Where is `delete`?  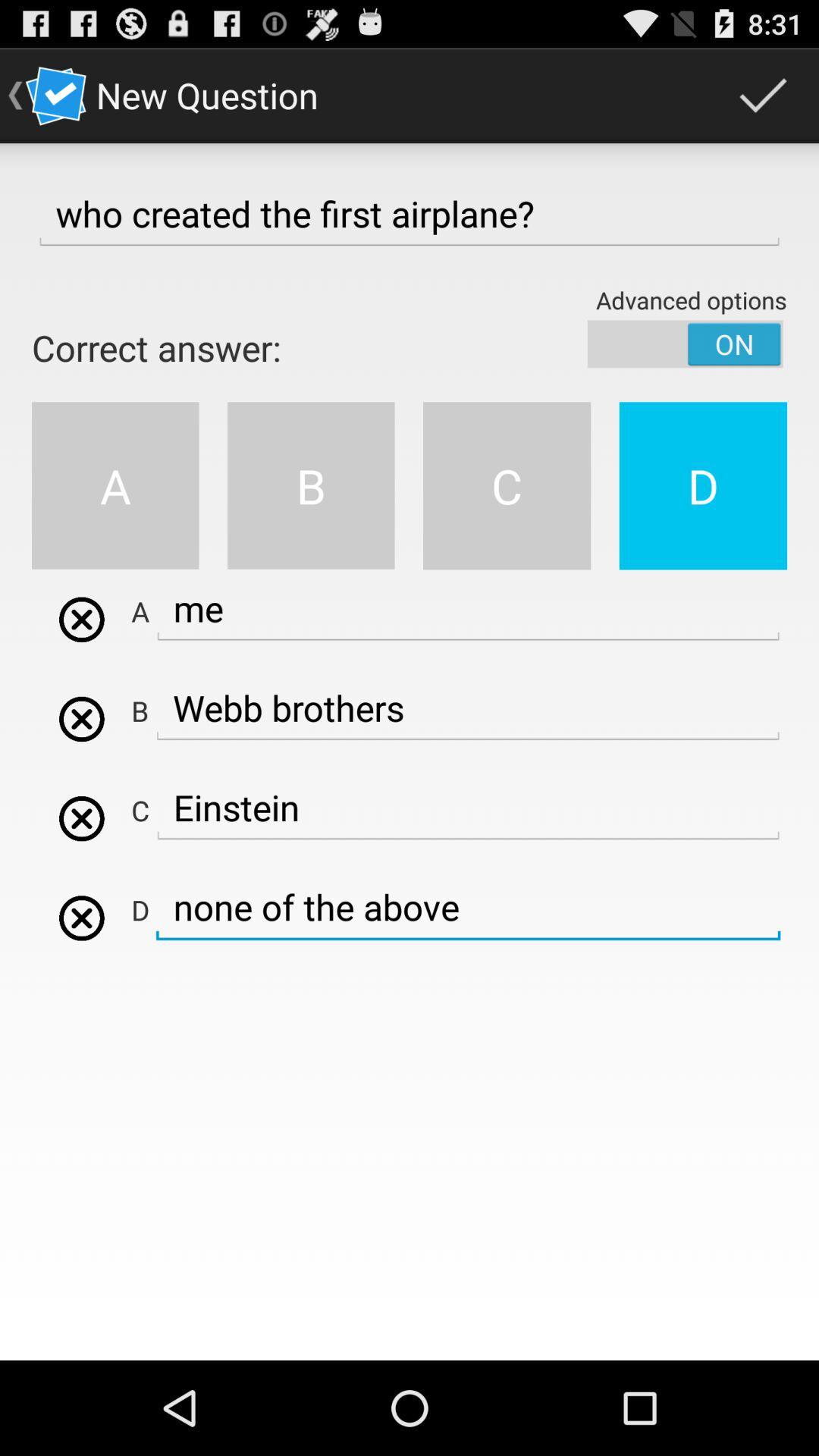
delete is located at coordinates (81, 718).